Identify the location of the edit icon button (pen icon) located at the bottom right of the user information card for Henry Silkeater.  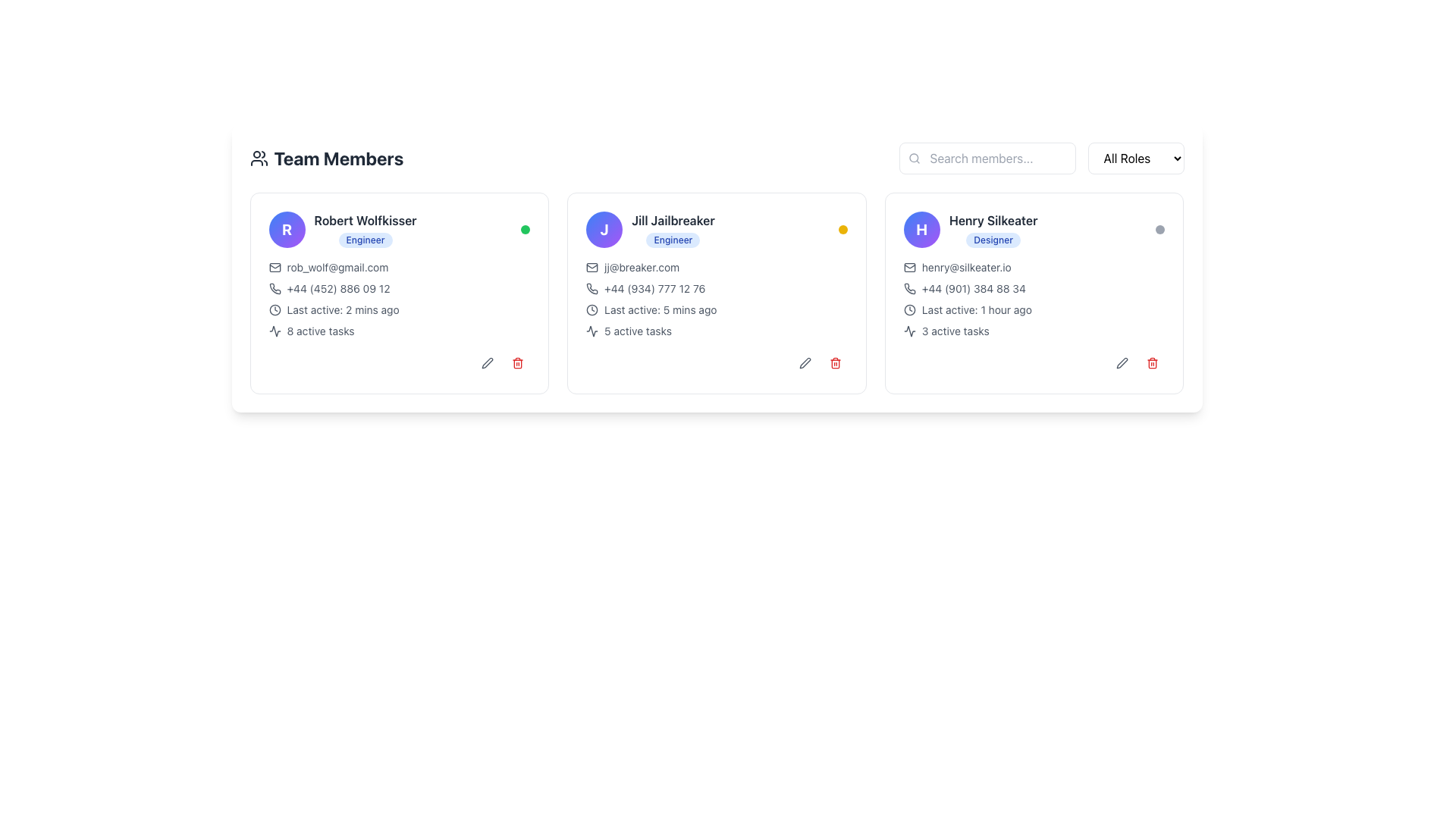
(1122, 362).